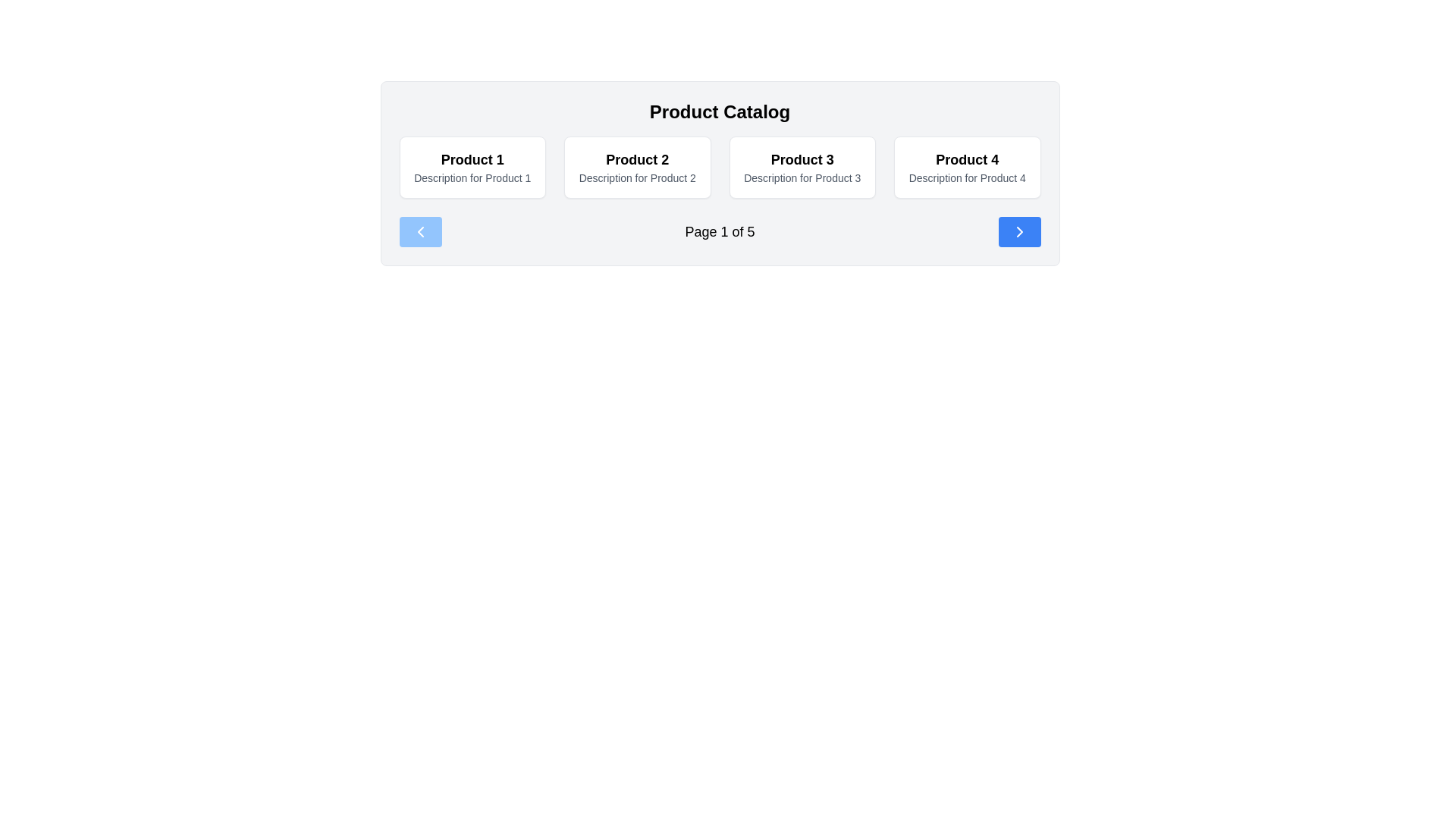 The width and height of the screenshot is (1456, 819). I want to click on the 'Next Page' button, which is located at the end of the horizontal layout below the product list, aligned to the right of the 'Page 1 of 5' text, so click(1019, 231).